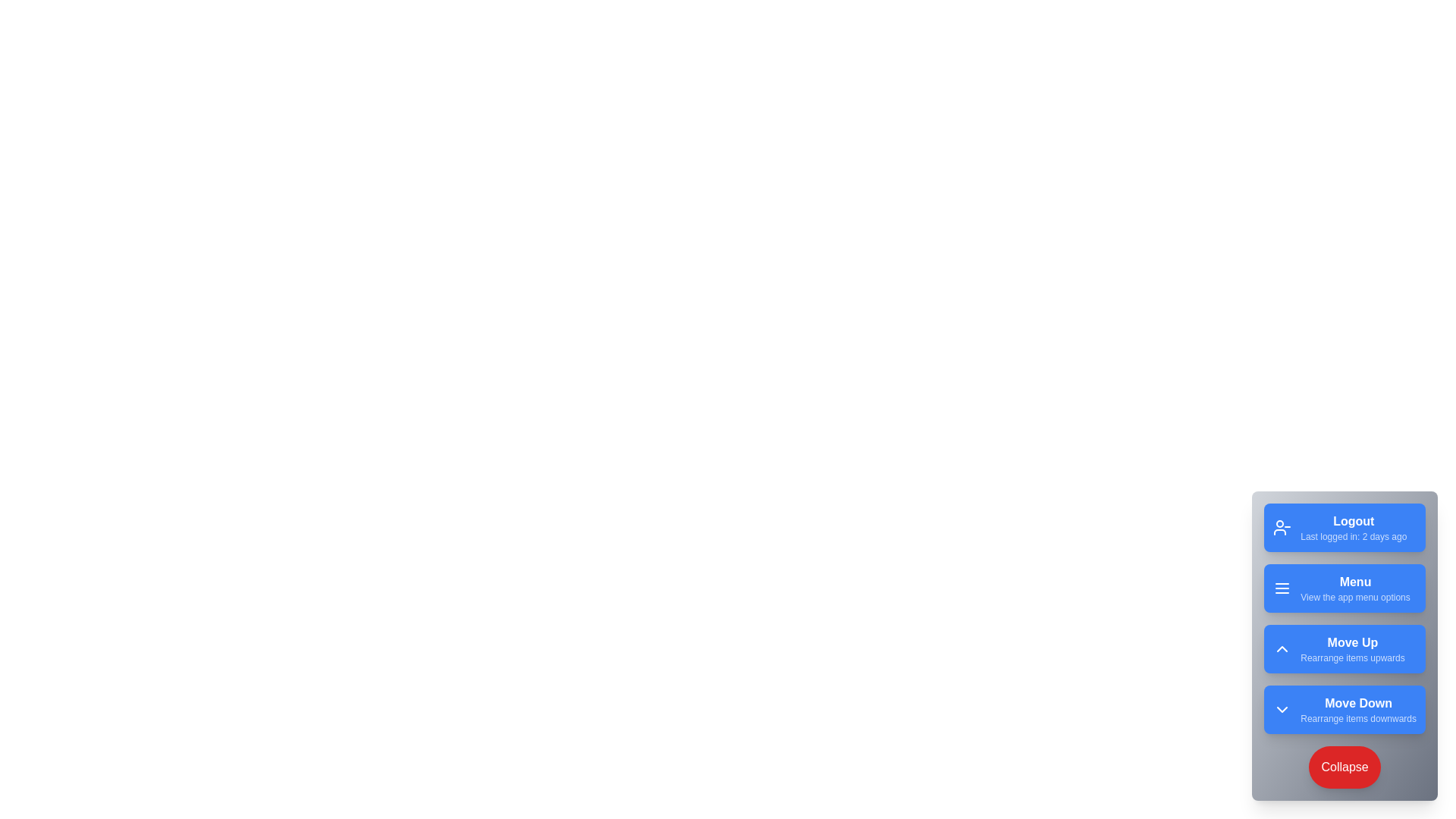  I want to click on the text label within the blue button that moves an item down in a list, located above the red 'Collapse' button, so click(1358, 710).